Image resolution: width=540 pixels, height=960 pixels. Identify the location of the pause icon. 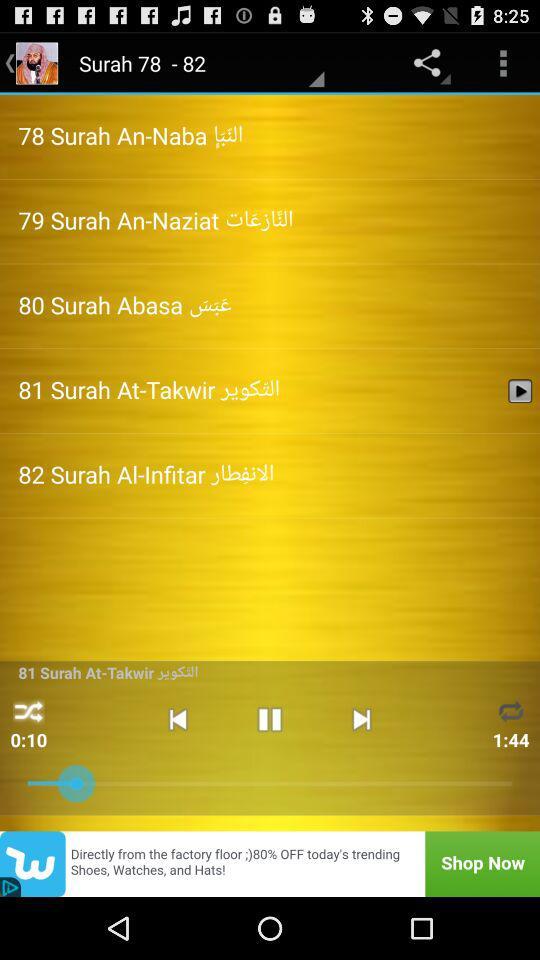
(269, 768).